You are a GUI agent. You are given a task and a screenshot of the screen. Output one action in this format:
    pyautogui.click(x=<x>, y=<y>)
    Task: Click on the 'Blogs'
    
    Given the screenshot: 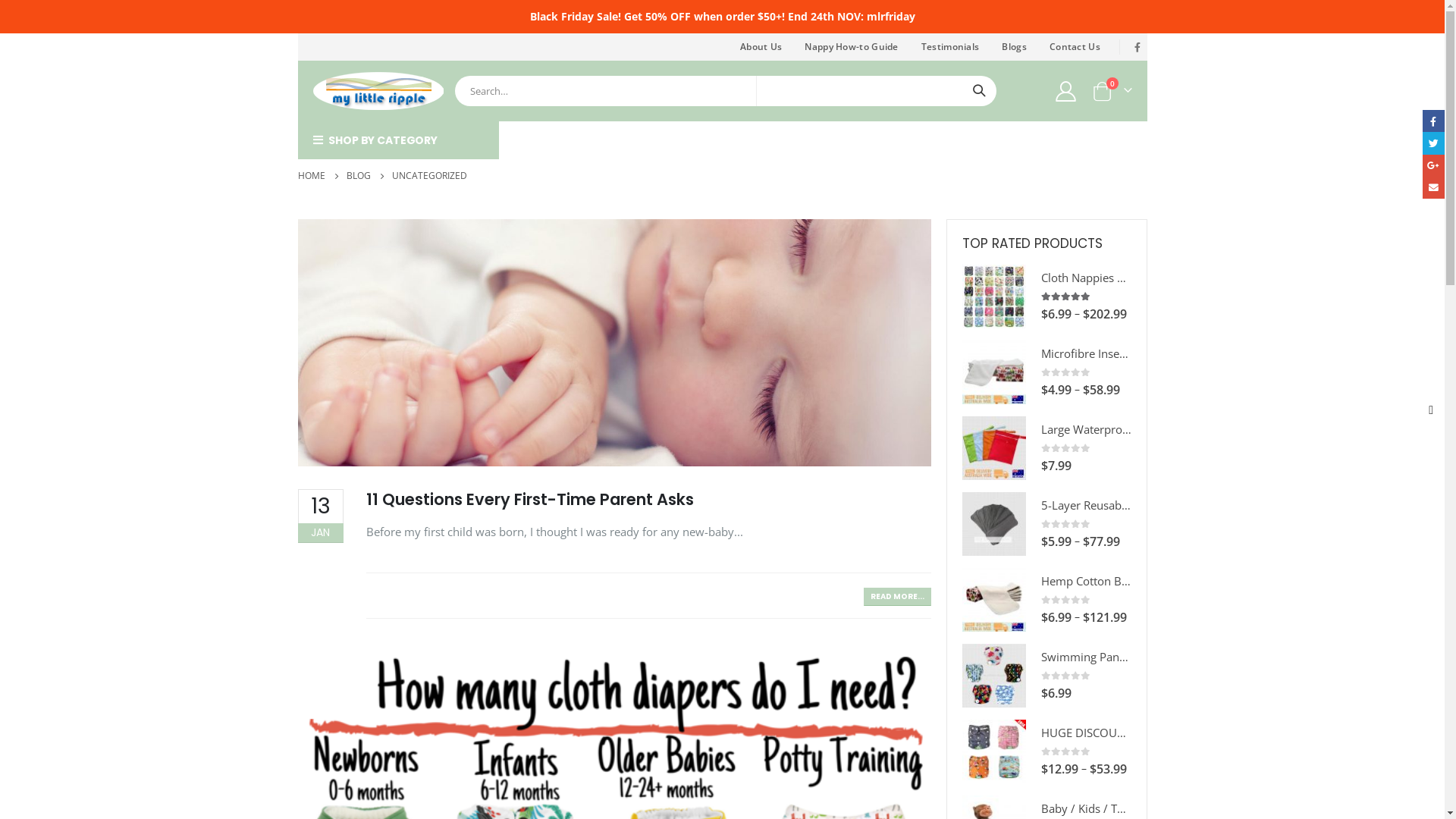 What is the action you would take?
    pyautogui.click(x=1014, y=45)
    